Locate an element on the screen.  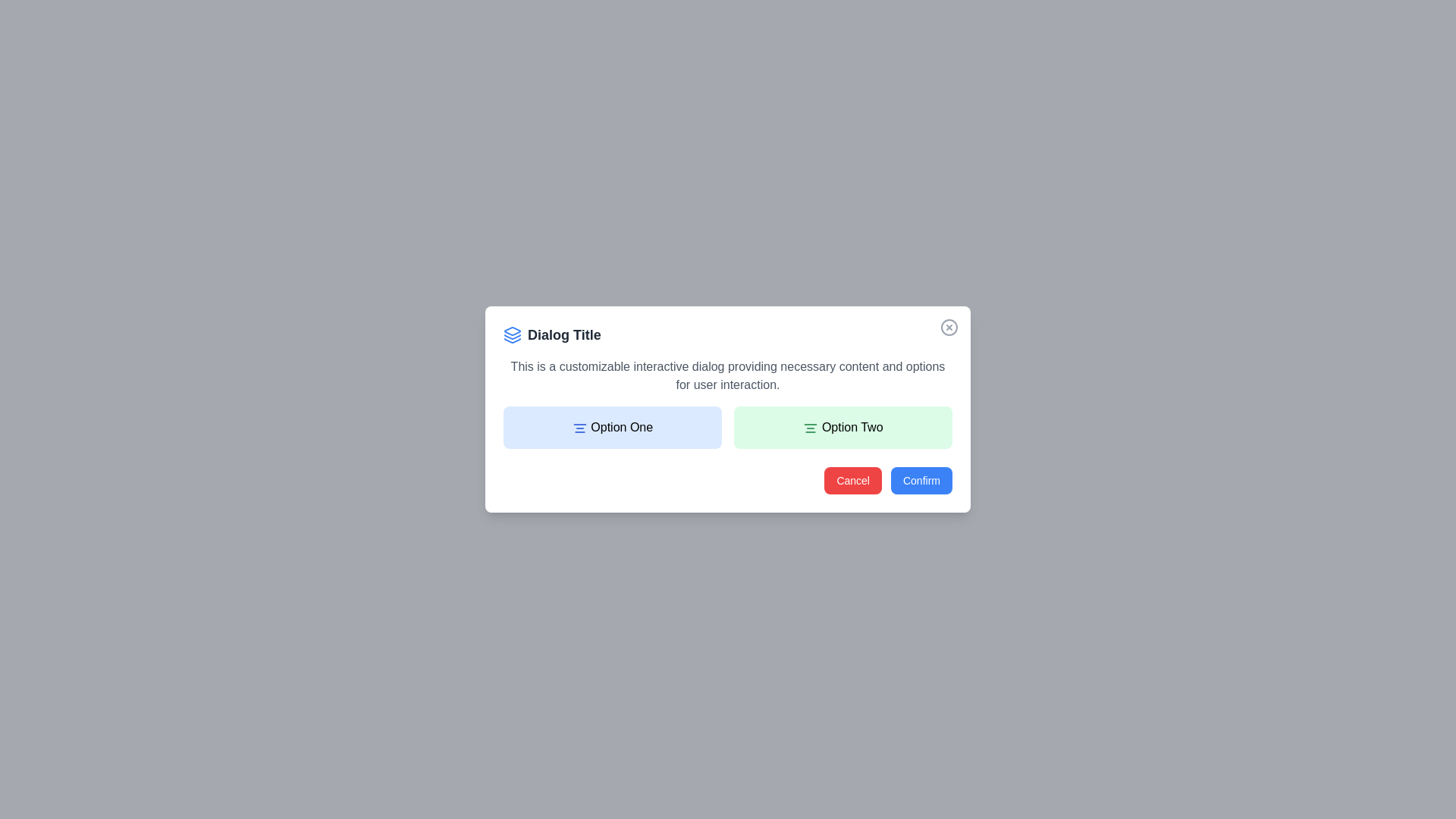
the center of the 'Option Two' section is located at coordinates (843, 427).